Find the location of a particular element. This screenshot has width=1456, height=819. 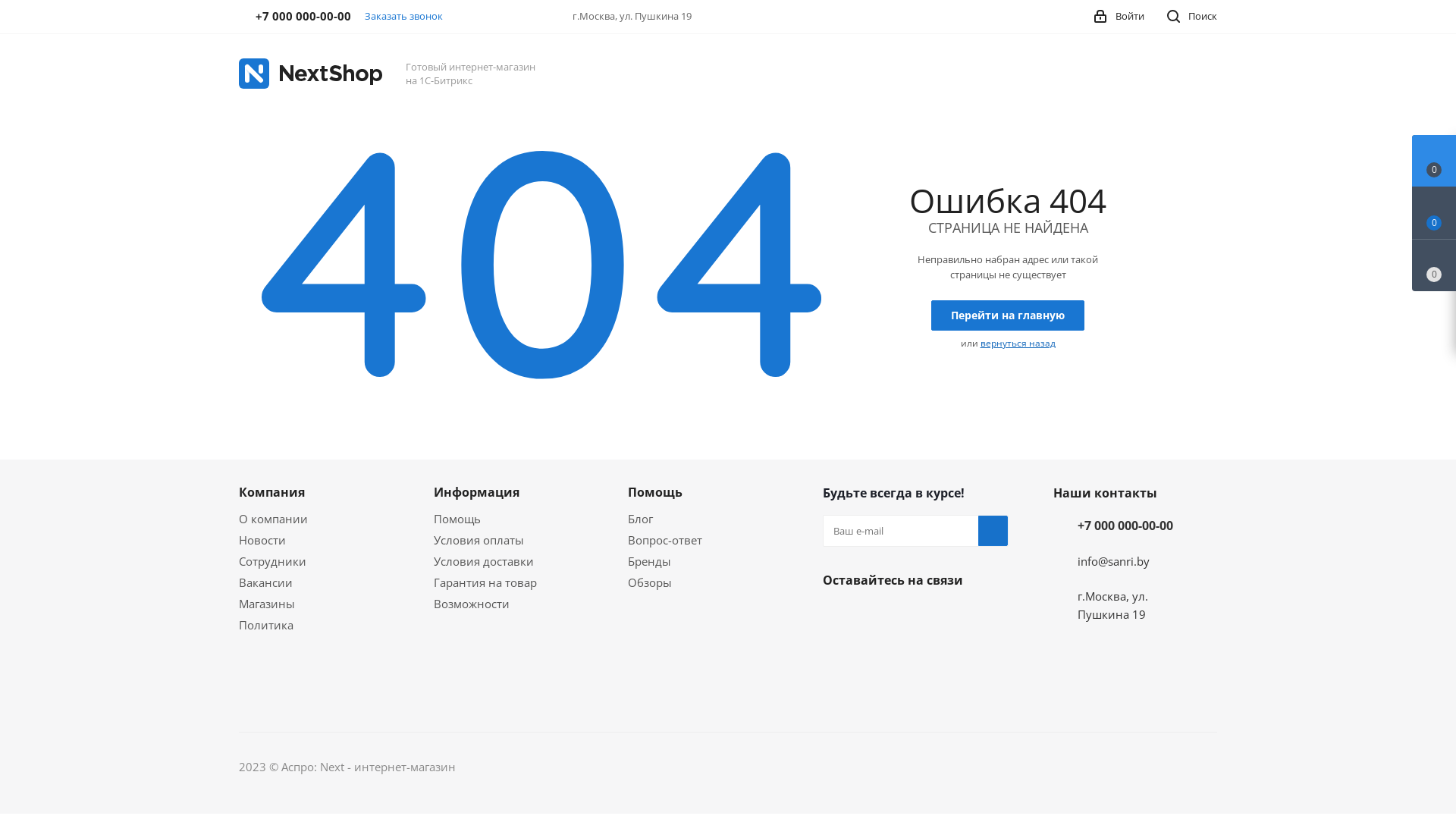

'Facebook' is located at coordinates (876, 616).